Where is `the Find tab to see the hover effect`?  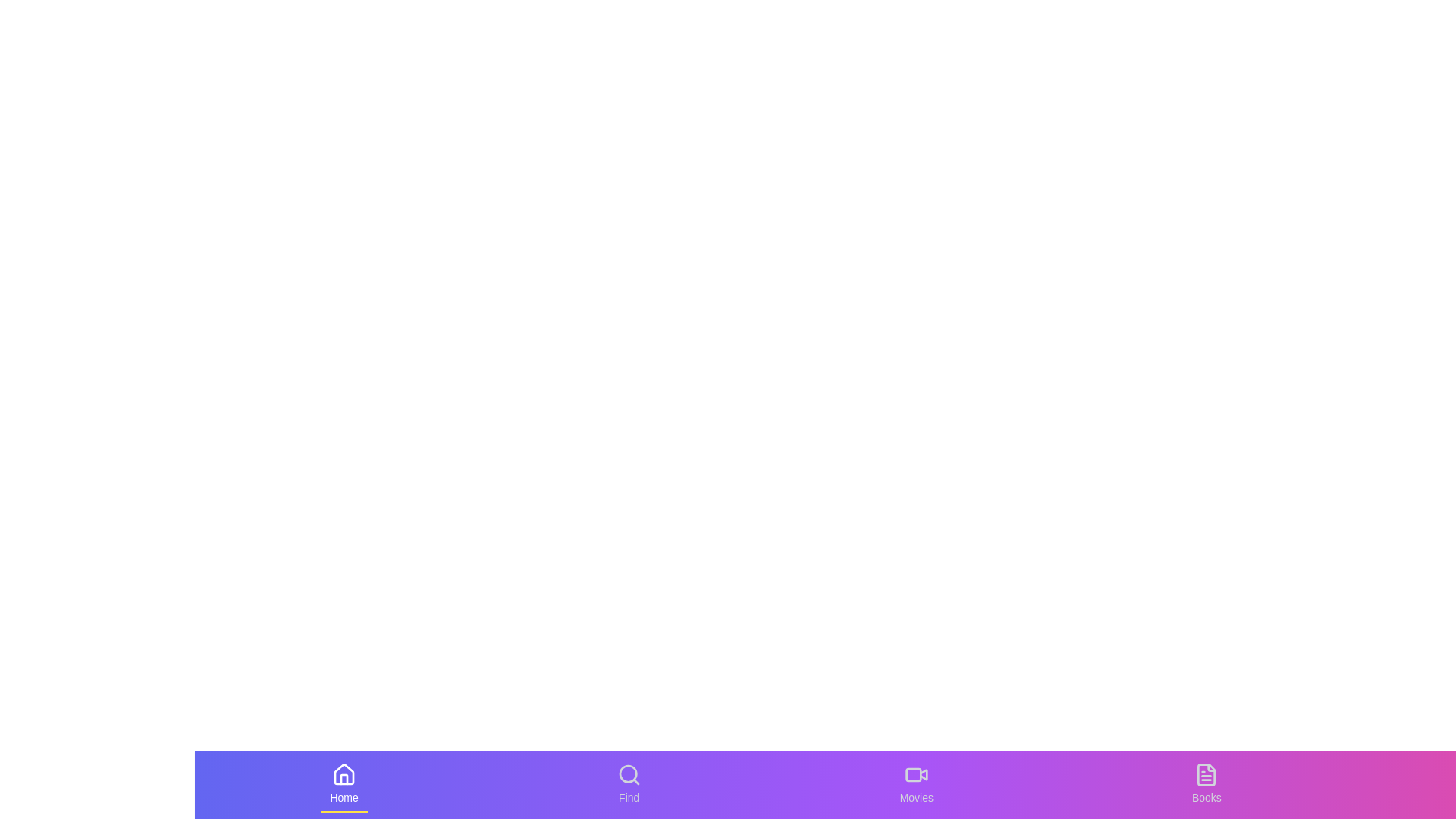
the Find tab to see the hover effect is located at coordinates (629, 784).